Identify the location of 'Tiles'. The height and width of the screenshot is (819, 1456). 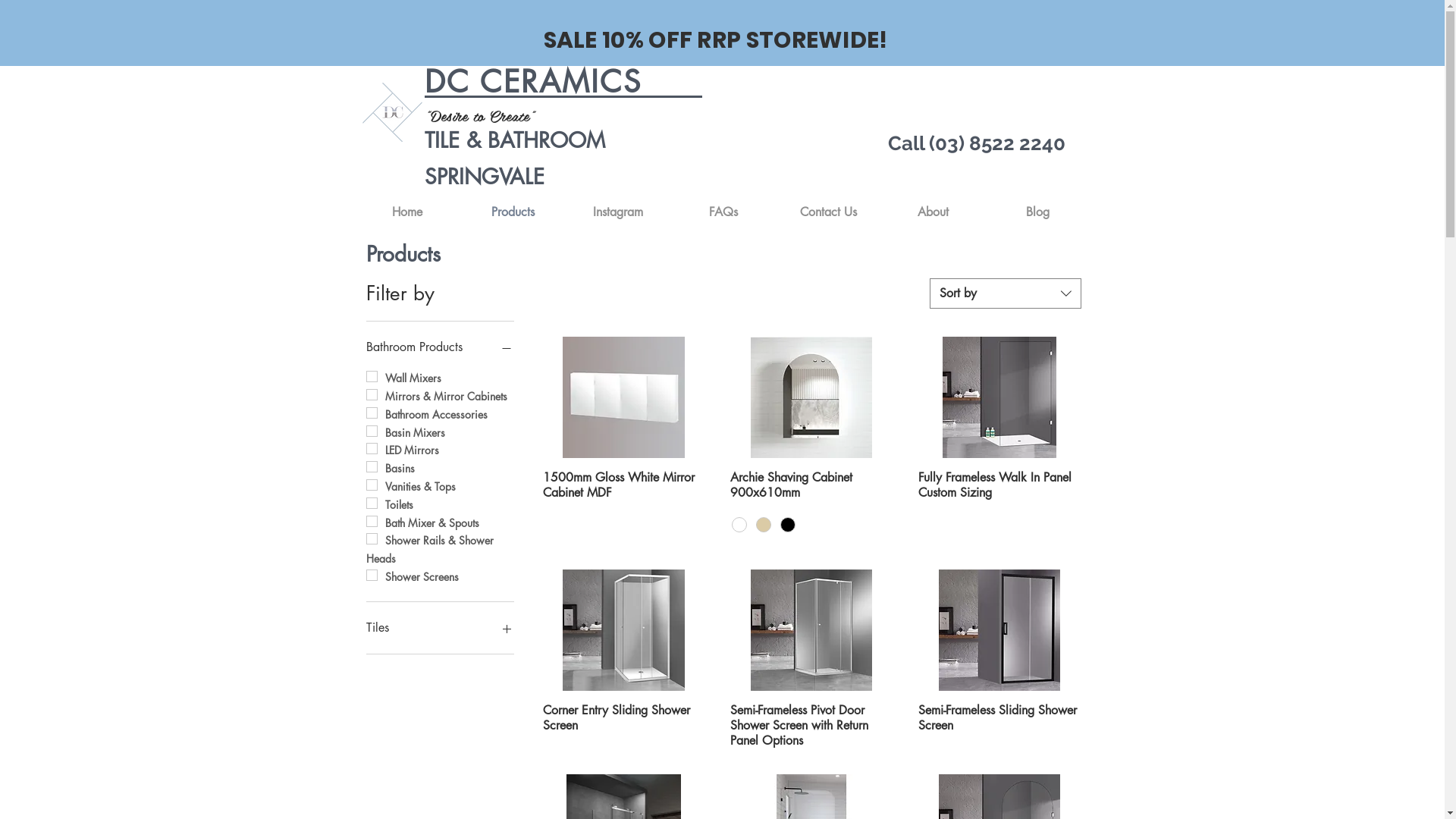
(438, 628).